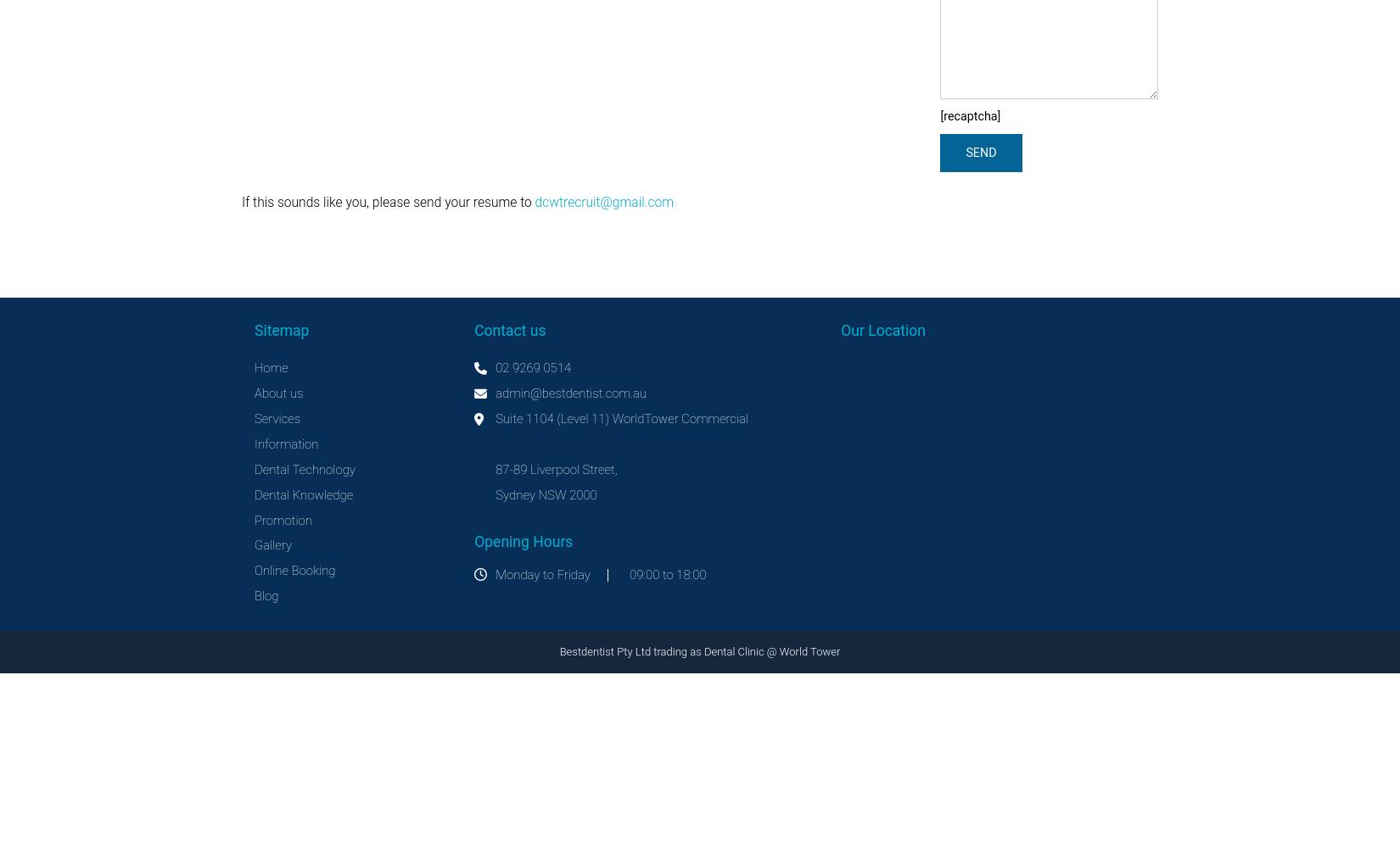  I want to click on 'Online Booking', so click(294, 571).